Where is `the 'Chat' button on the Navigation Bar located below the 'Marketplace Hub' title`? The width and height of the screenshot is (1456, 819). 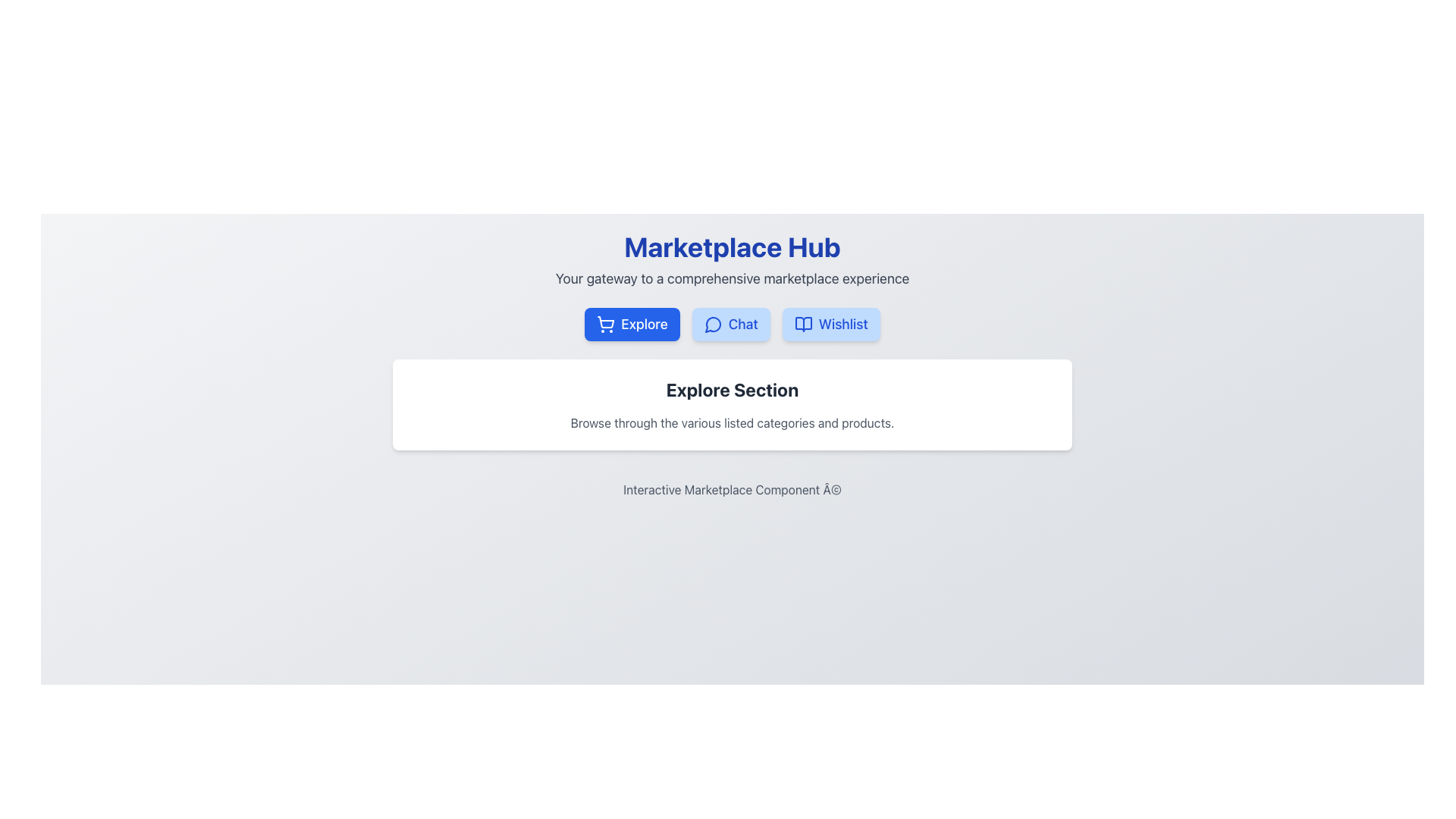 the 'Chat' button on the Navigation Bar located below the 'Marketplace Hub' title is located at coordinates (732, 324).